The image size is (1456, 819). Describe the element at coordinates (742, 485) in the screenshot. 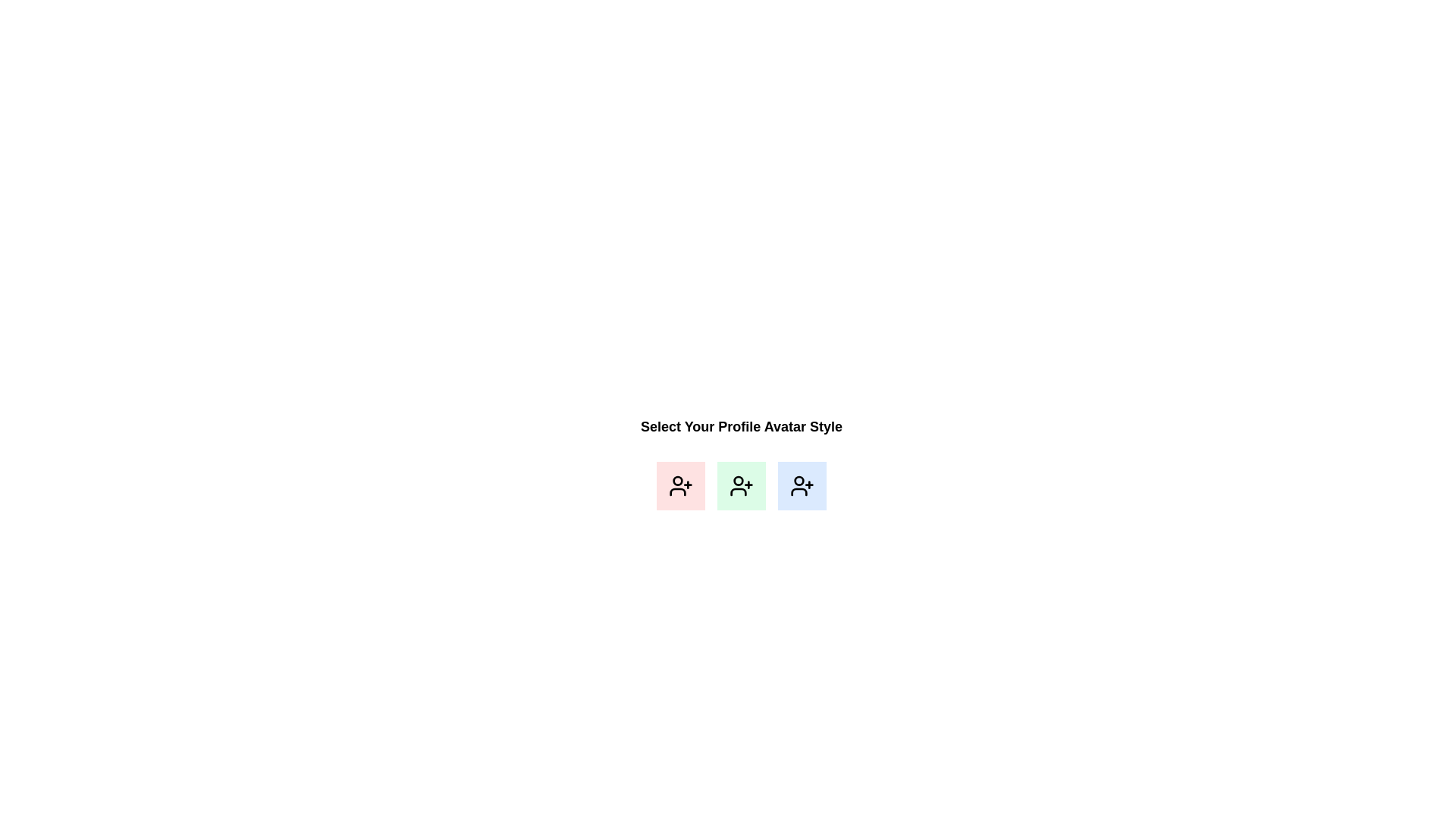

I see `the light green square button containing a user silhouette icon with a plus sign, which is the second item in the horizontal grid under 'Select Your Profile Avatar Style'` at that location.